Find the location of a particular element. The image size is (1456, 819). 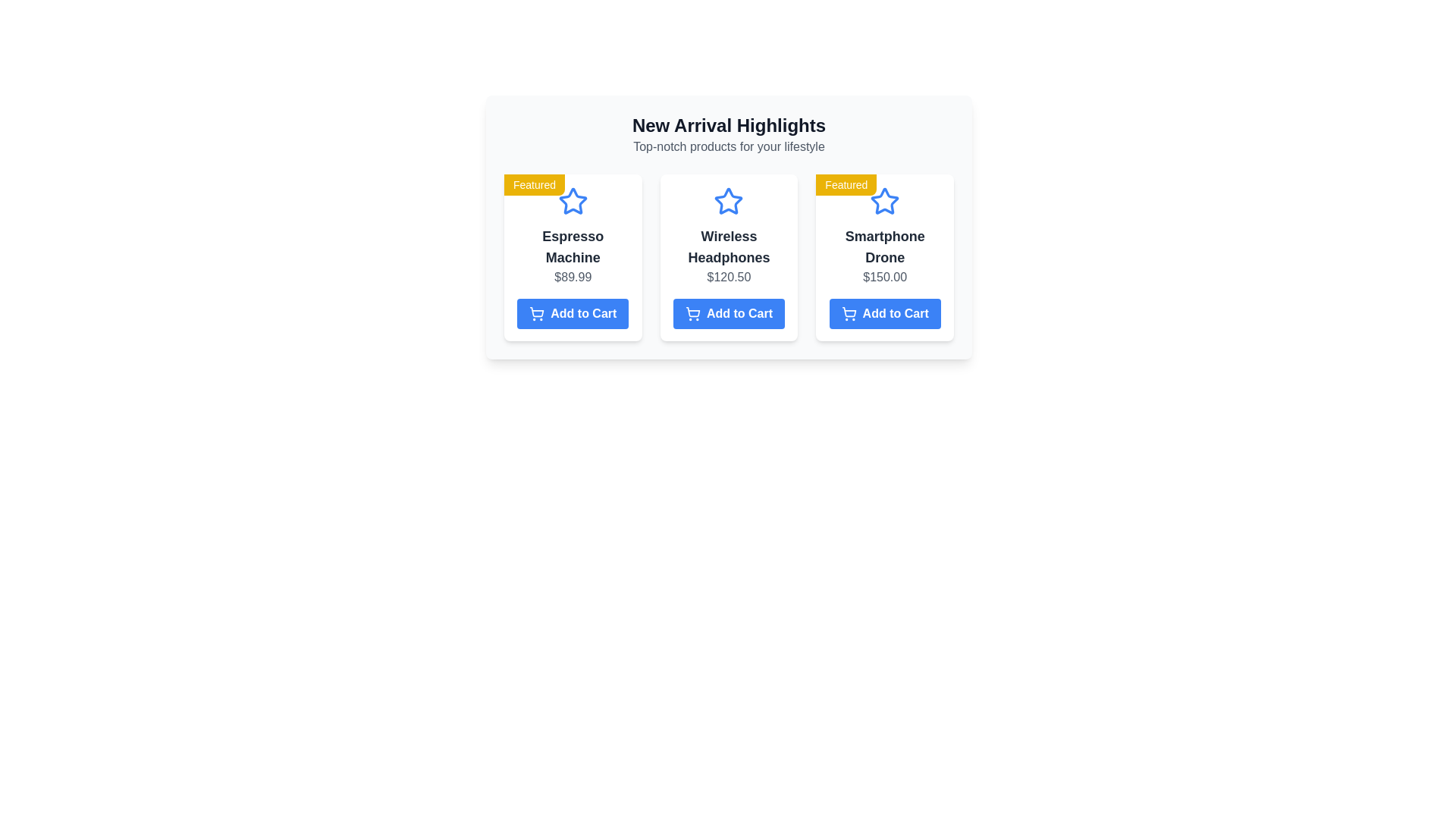

the rectangular label with a yellow background and white text reading 'Featured', located at the top-left corner of the first product card is located at coordinates (535, 184).